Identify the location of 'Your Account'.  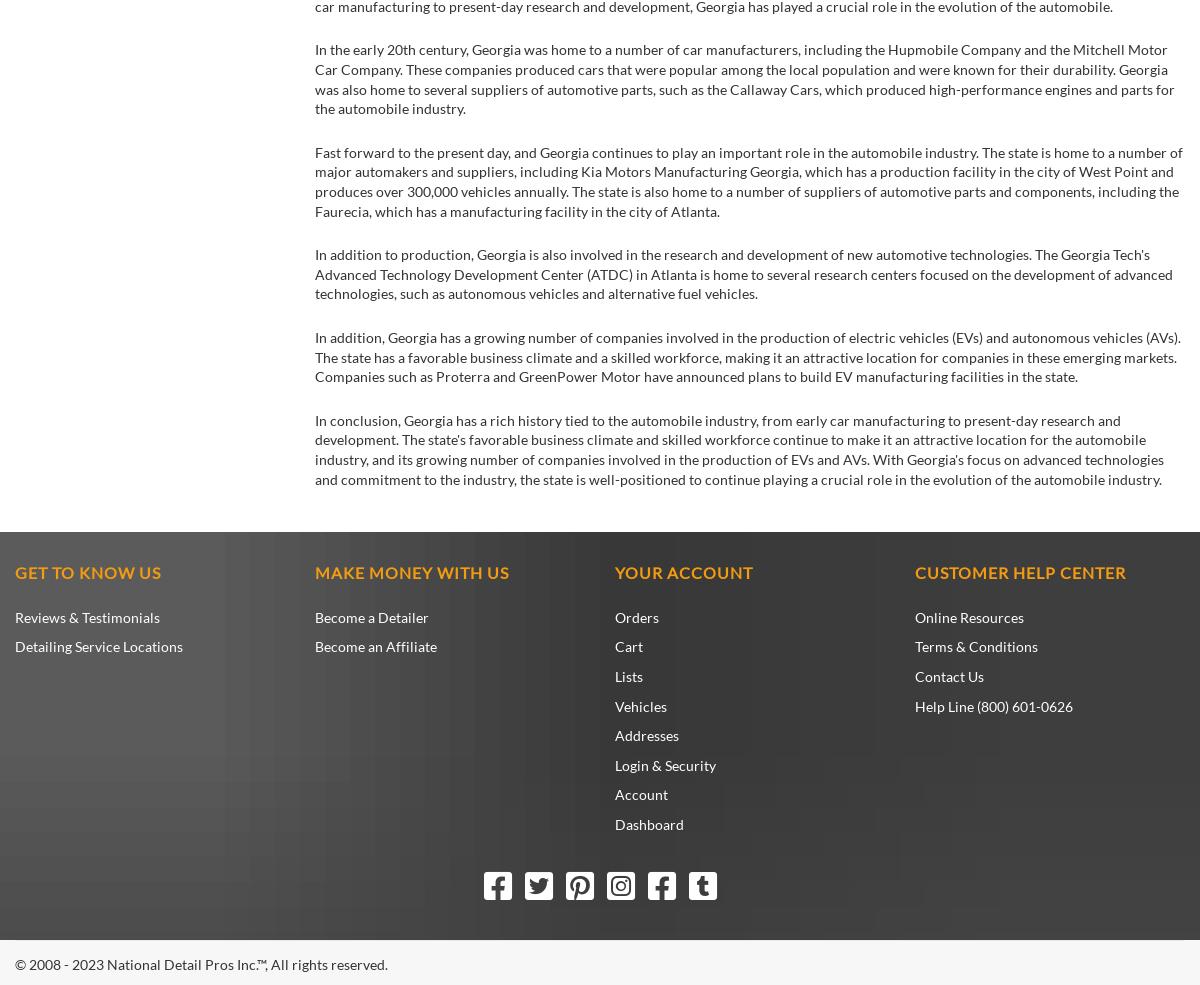
(615, 572).